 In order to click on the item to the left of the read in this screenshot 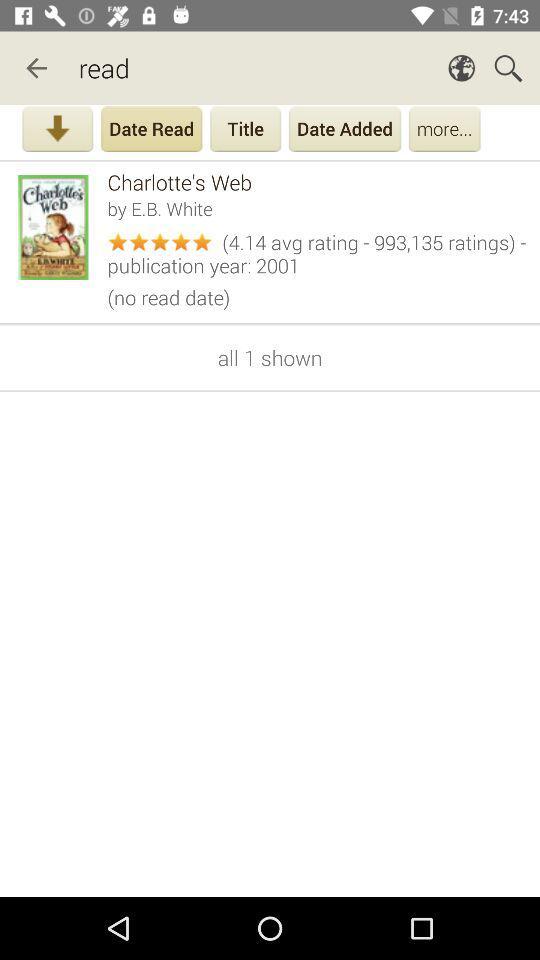, I will do `click(36, 68)`.